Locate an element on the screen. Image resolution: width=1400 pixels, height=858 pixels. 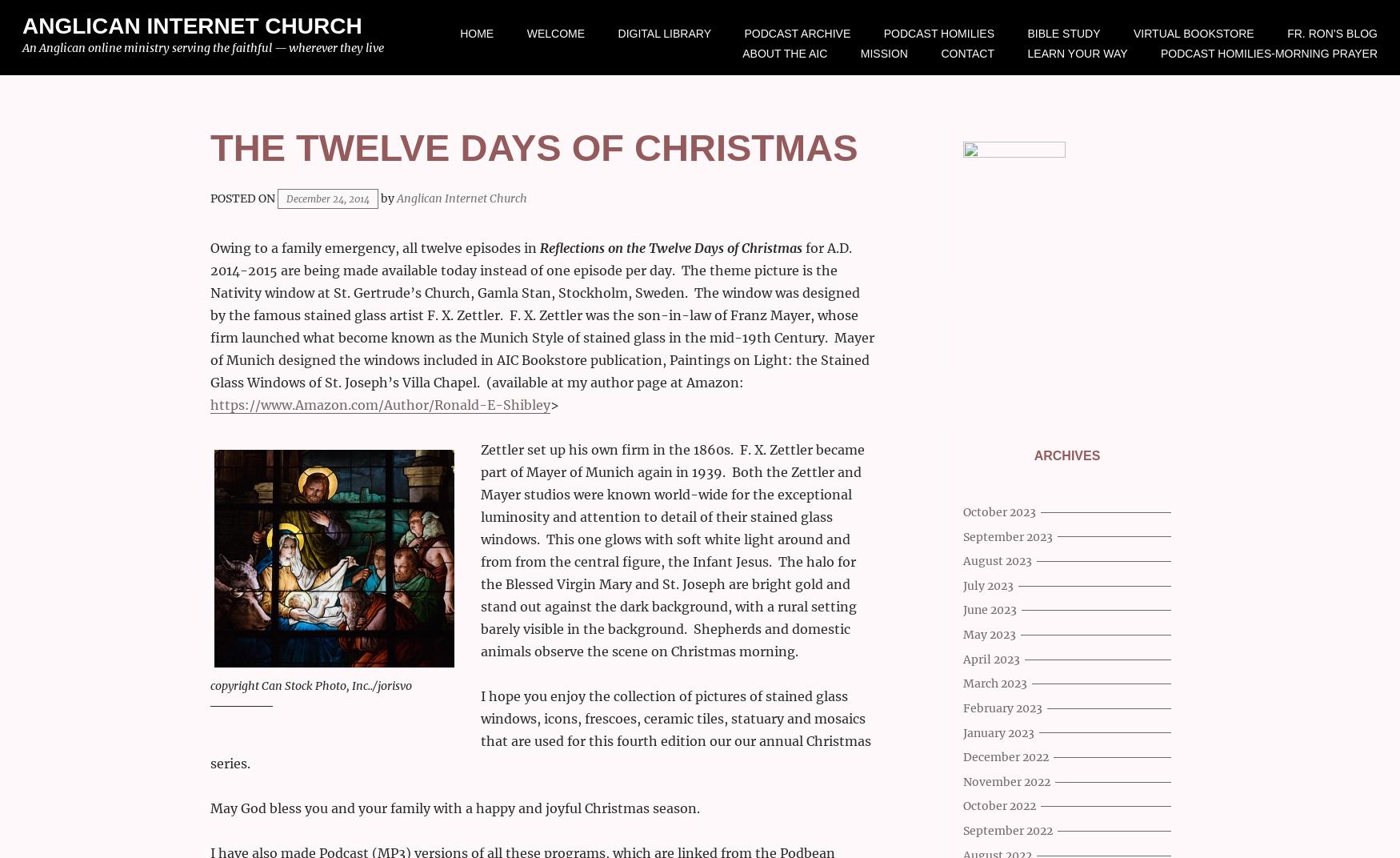
'Archives' is located at coordinates (1033, 455).